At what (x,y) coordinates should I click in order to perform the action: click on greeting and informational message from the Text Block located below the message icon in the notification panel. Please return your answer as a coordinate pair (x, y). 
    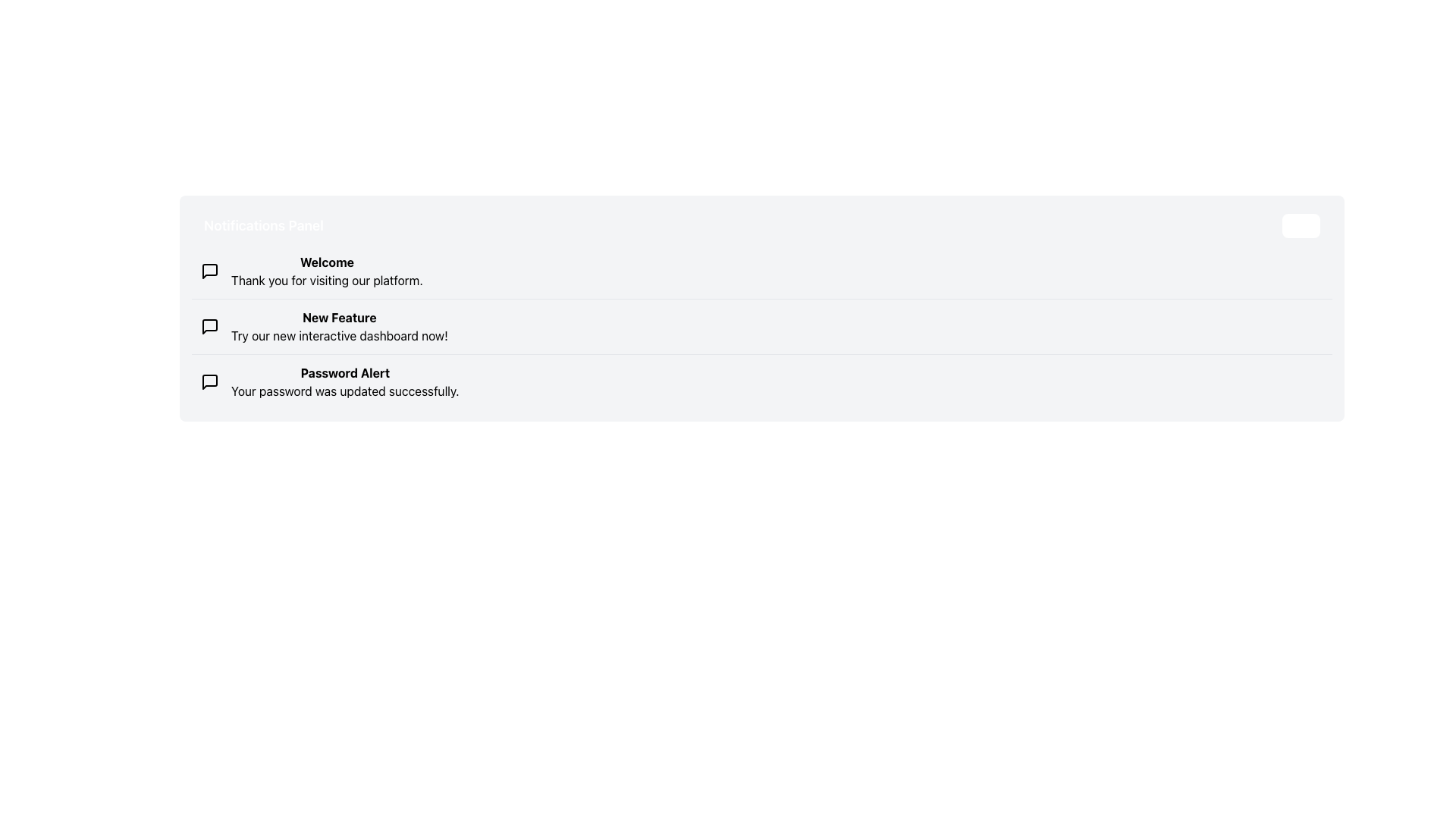
    Looking at the image, I should click on (326, 271).